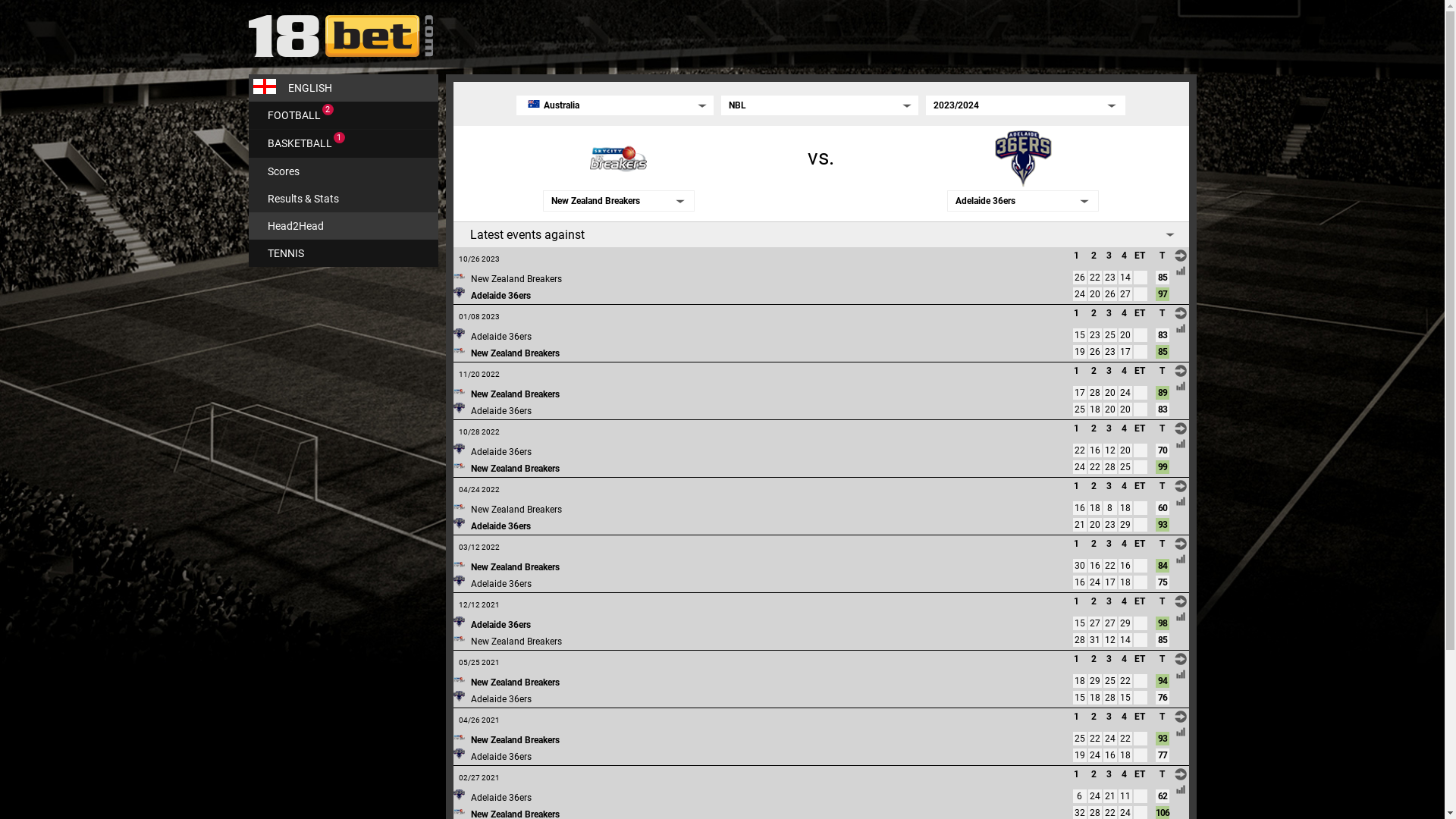 The height and width of the screenshot is (819, 1456). Describe the element at coordinates (500, 757) in the screenshot. I see `'Adelaide 36ers'` at that location.